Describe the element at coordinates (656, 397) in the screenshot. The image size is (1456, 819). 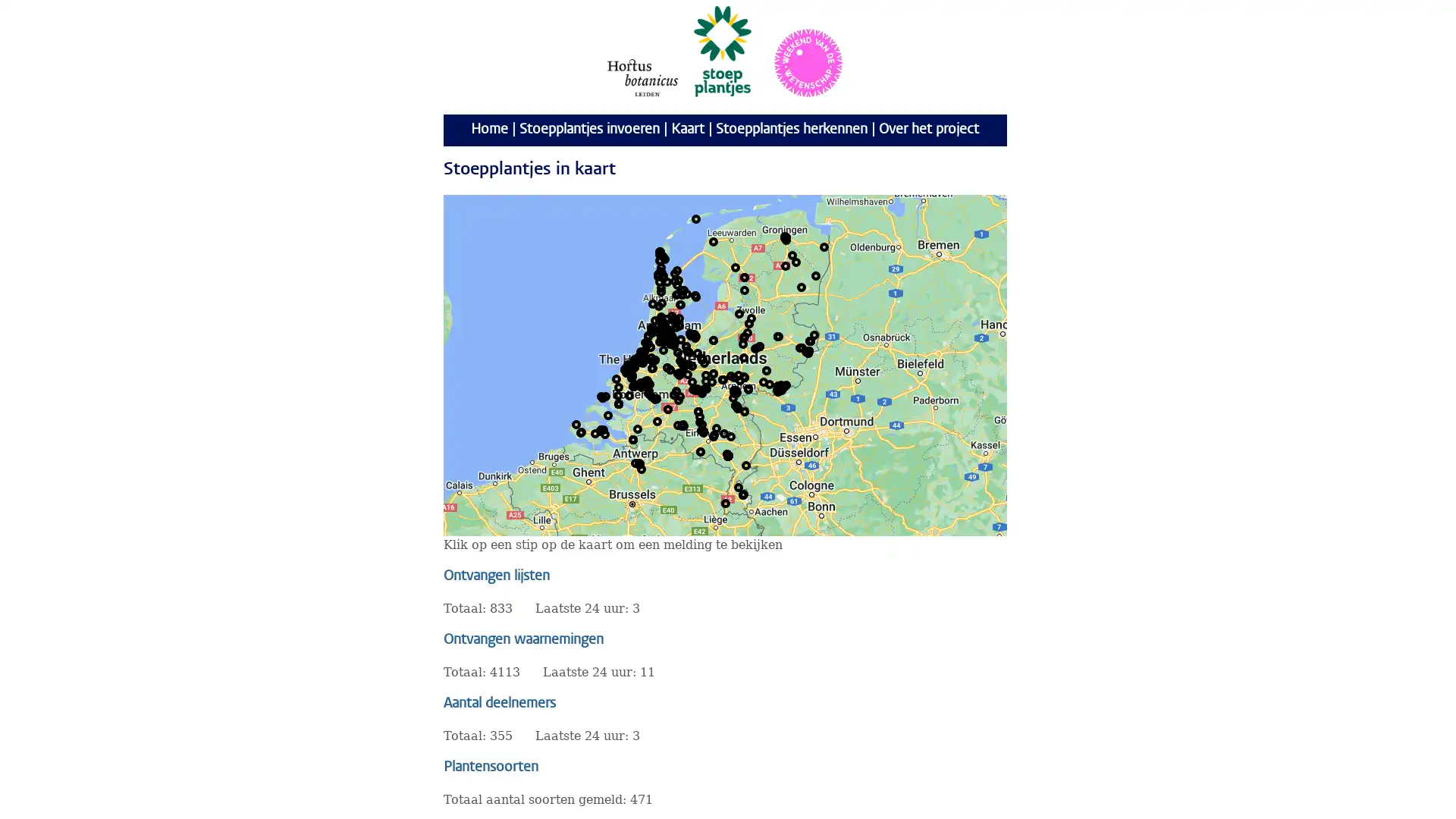
I see `Telling van op 20 april 2022` at that location.